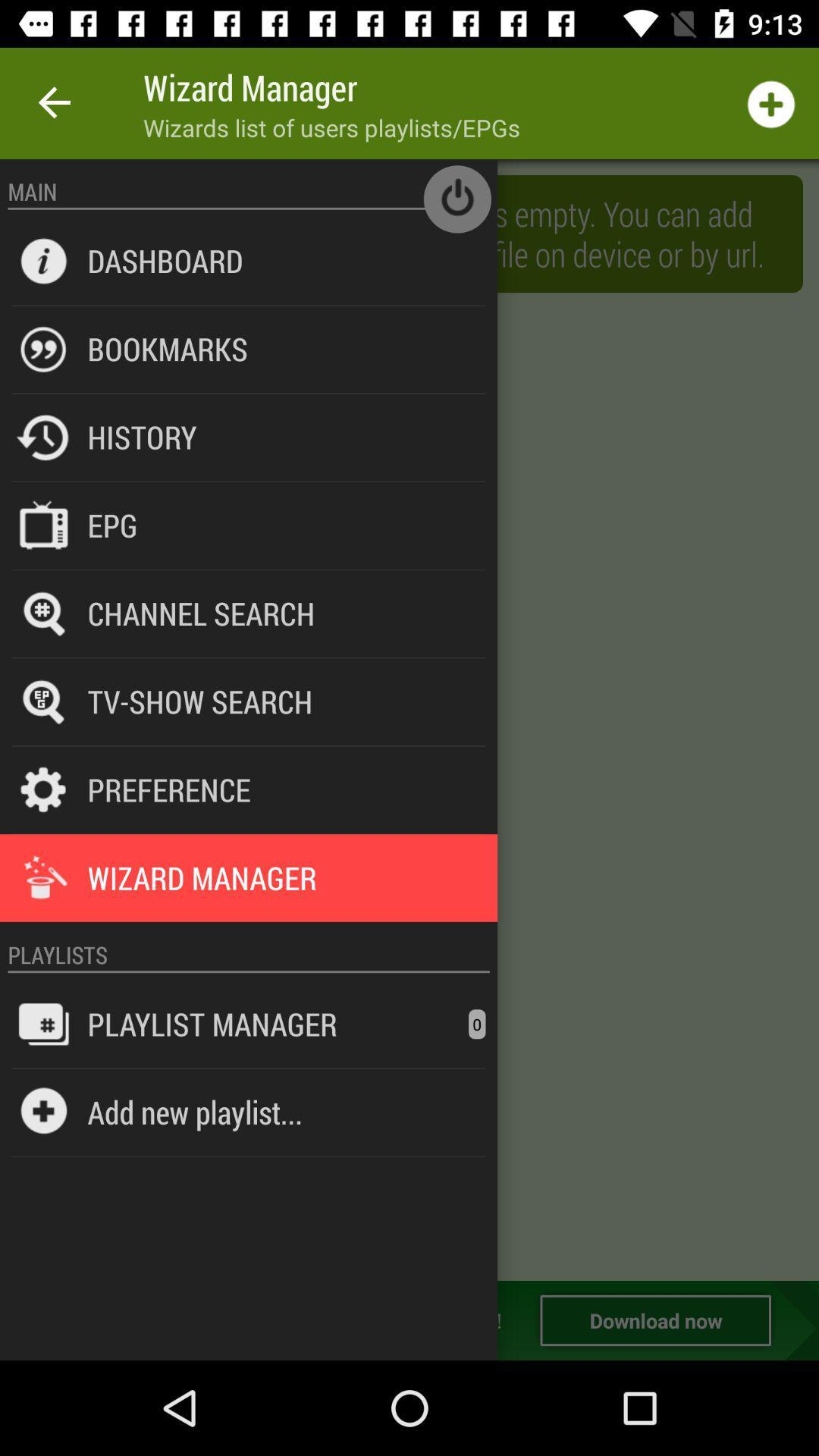  Describe the element at coordinates (457, 198) in the screenshot. I see `switch off the page` at that location.